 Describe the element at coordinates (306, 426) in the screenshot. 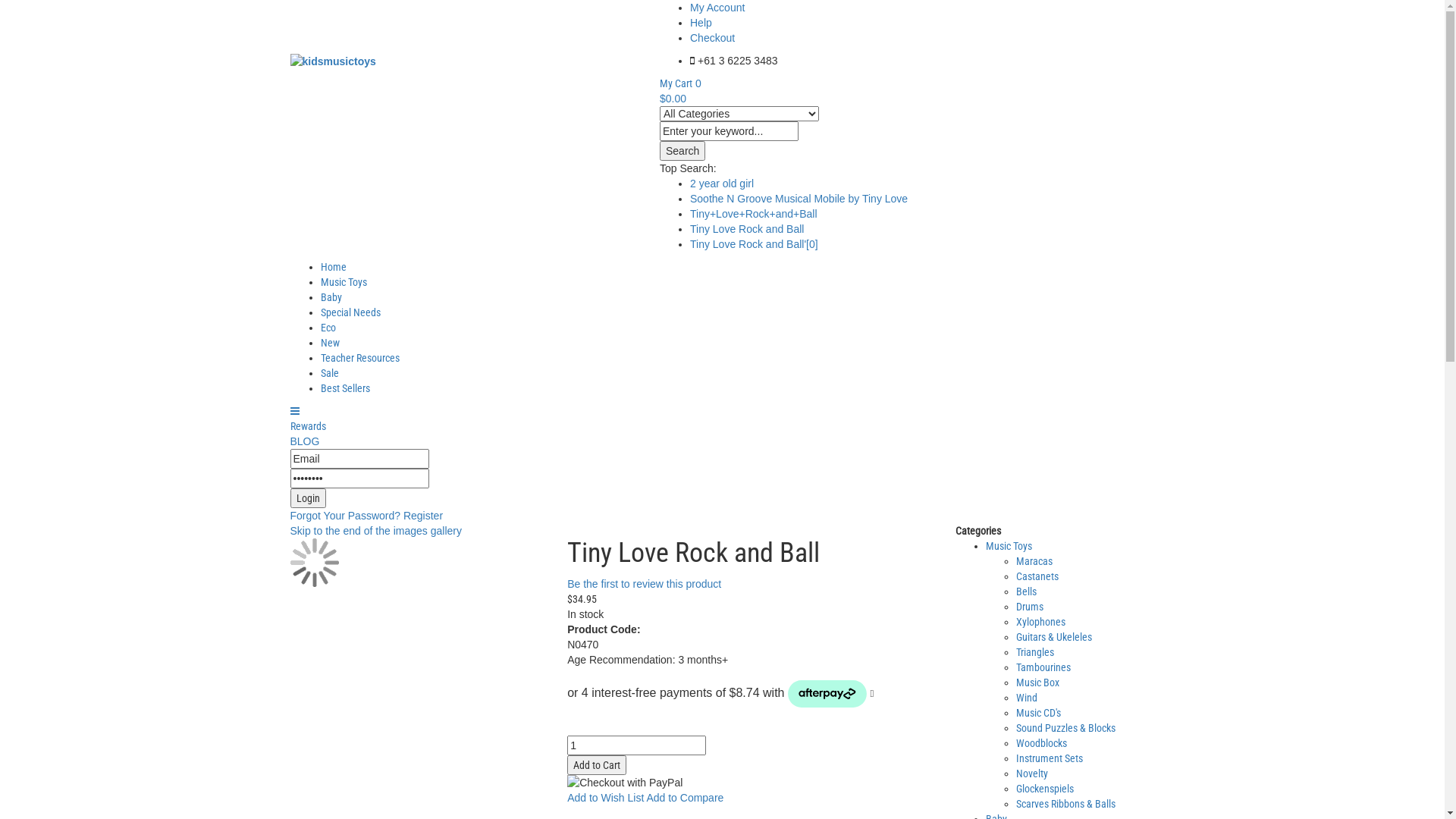

I see `'Rewards'` at that location.